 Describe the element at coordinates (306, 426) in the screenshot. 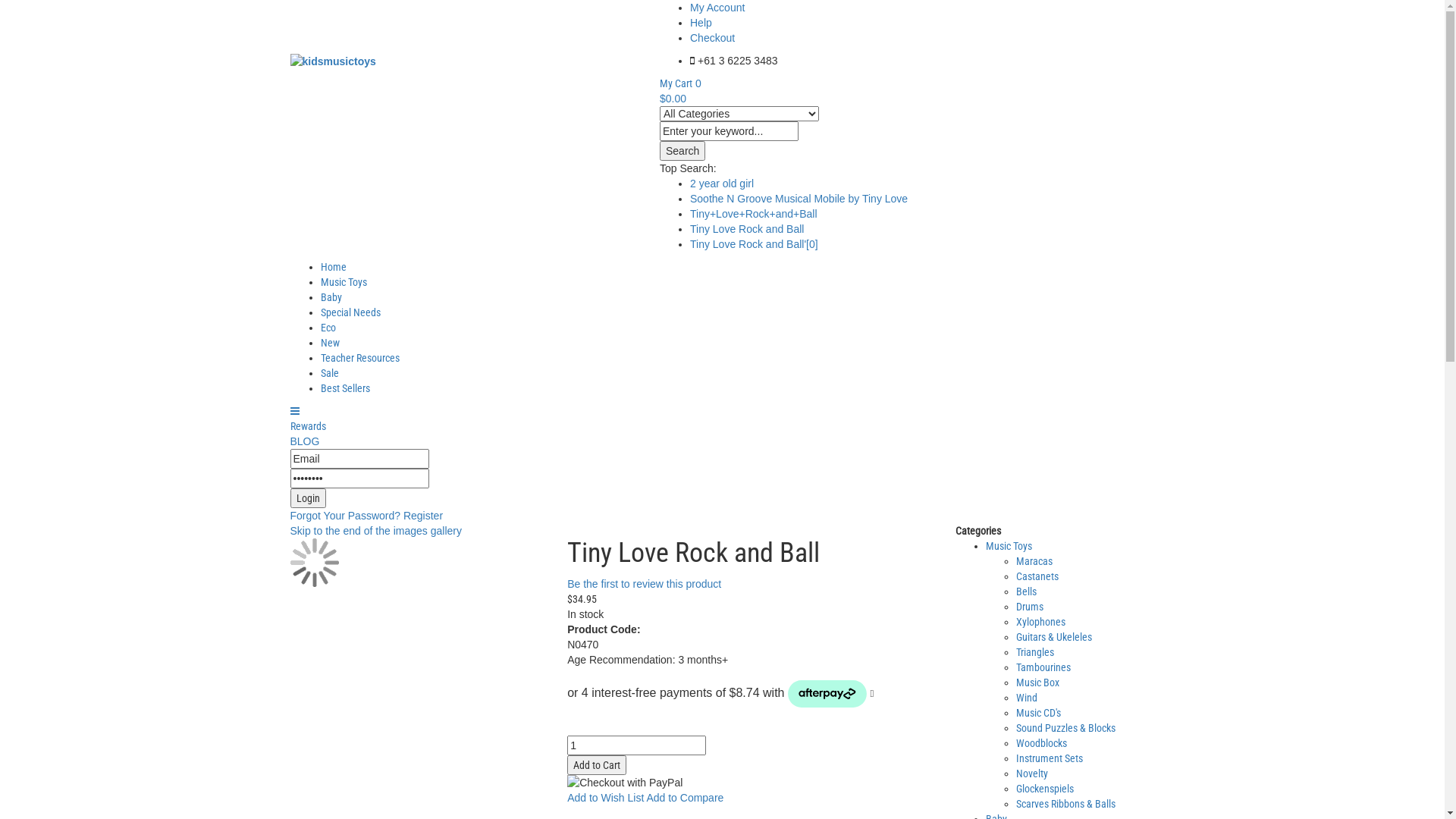

I see `'Rewards'` at that location.